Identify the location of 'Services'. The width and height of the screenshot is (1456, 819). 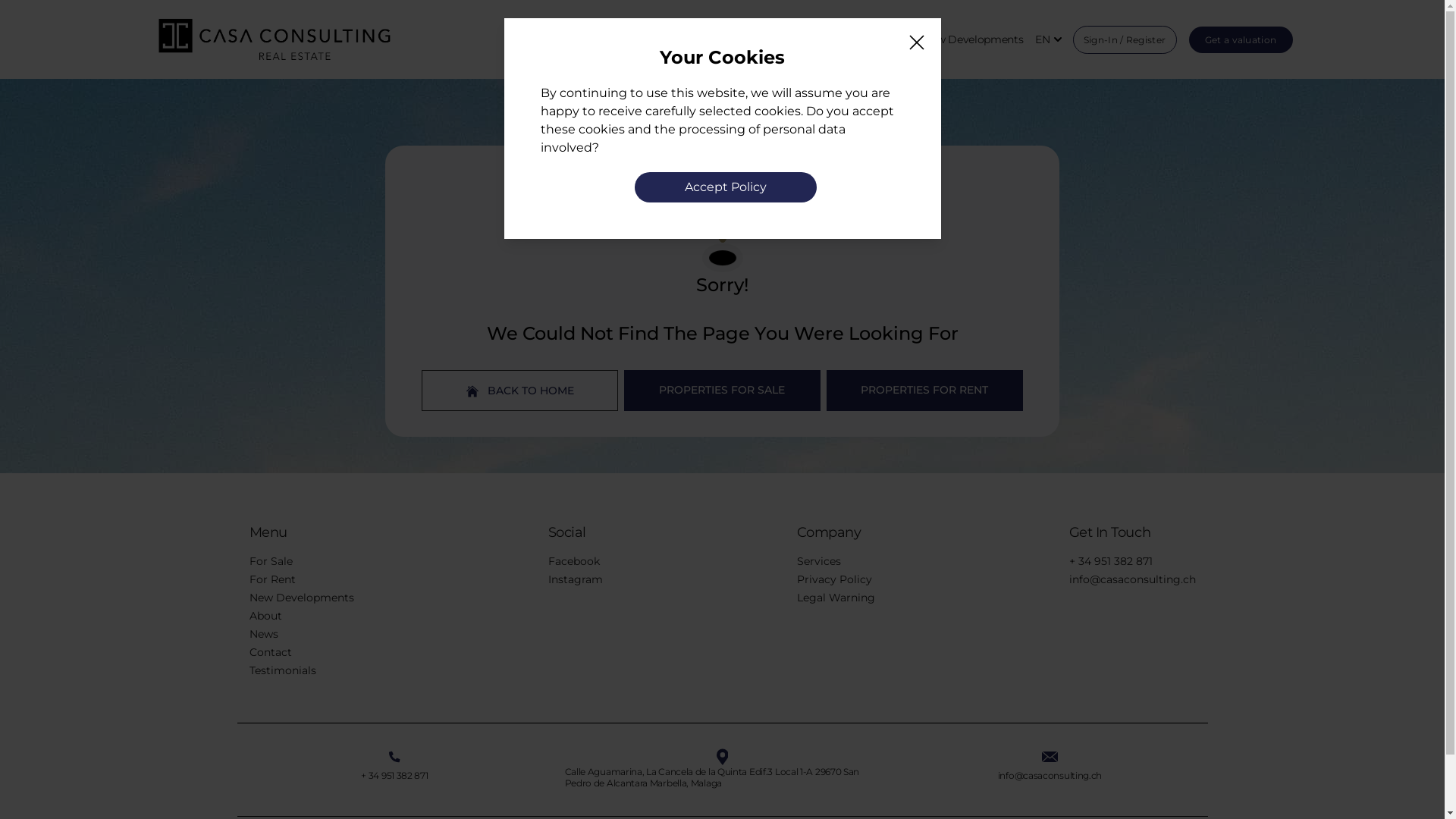
(817, 561).